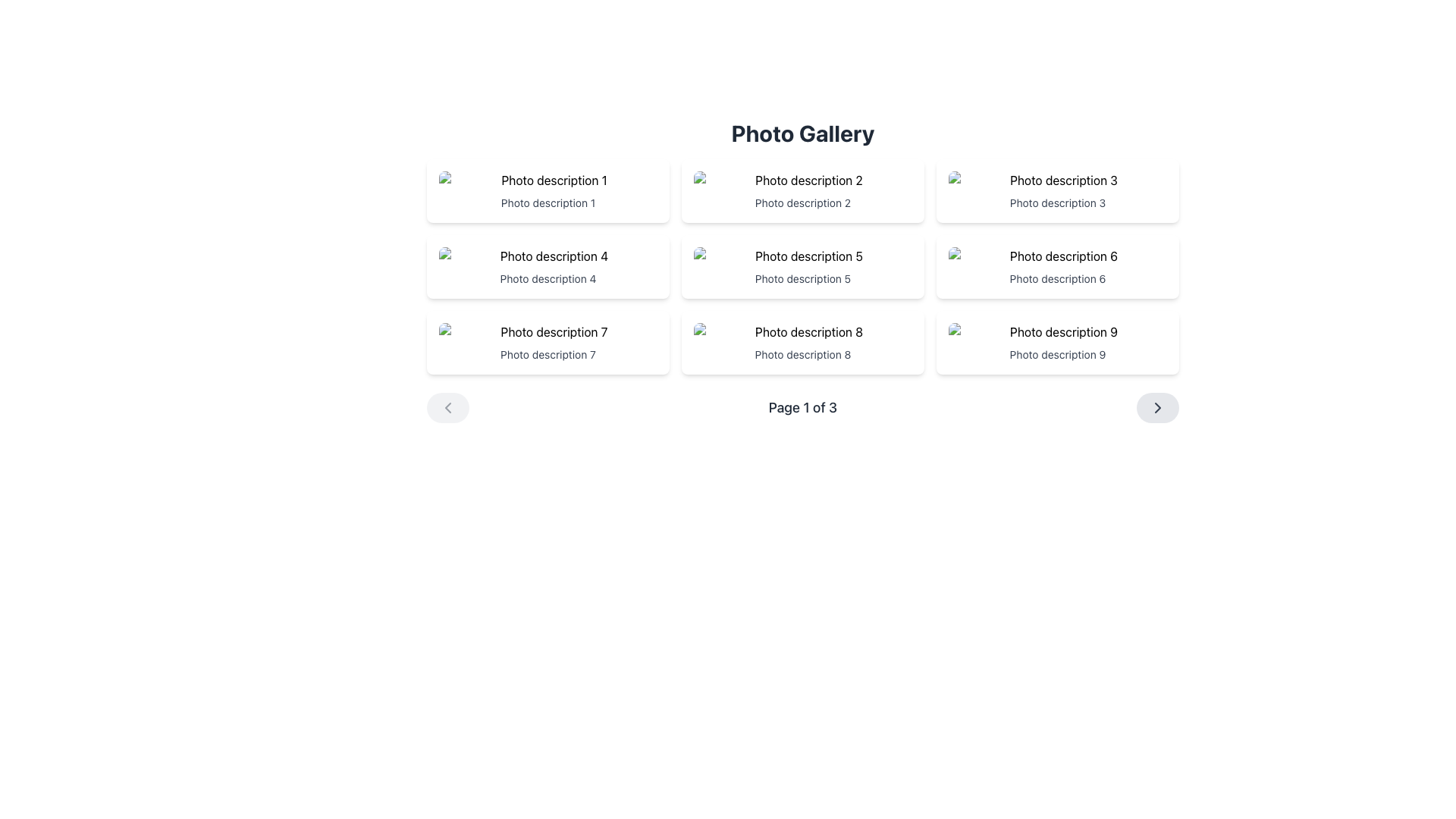 This screenshot has height=819, width=1456. What do you see at coordinates (802, 278) in the screenshot?
I see `the text label that provides context for the 'Photo 5' image placeholder in the central card of the second row in the photo gallery interface` at bounding box center [802, 278].